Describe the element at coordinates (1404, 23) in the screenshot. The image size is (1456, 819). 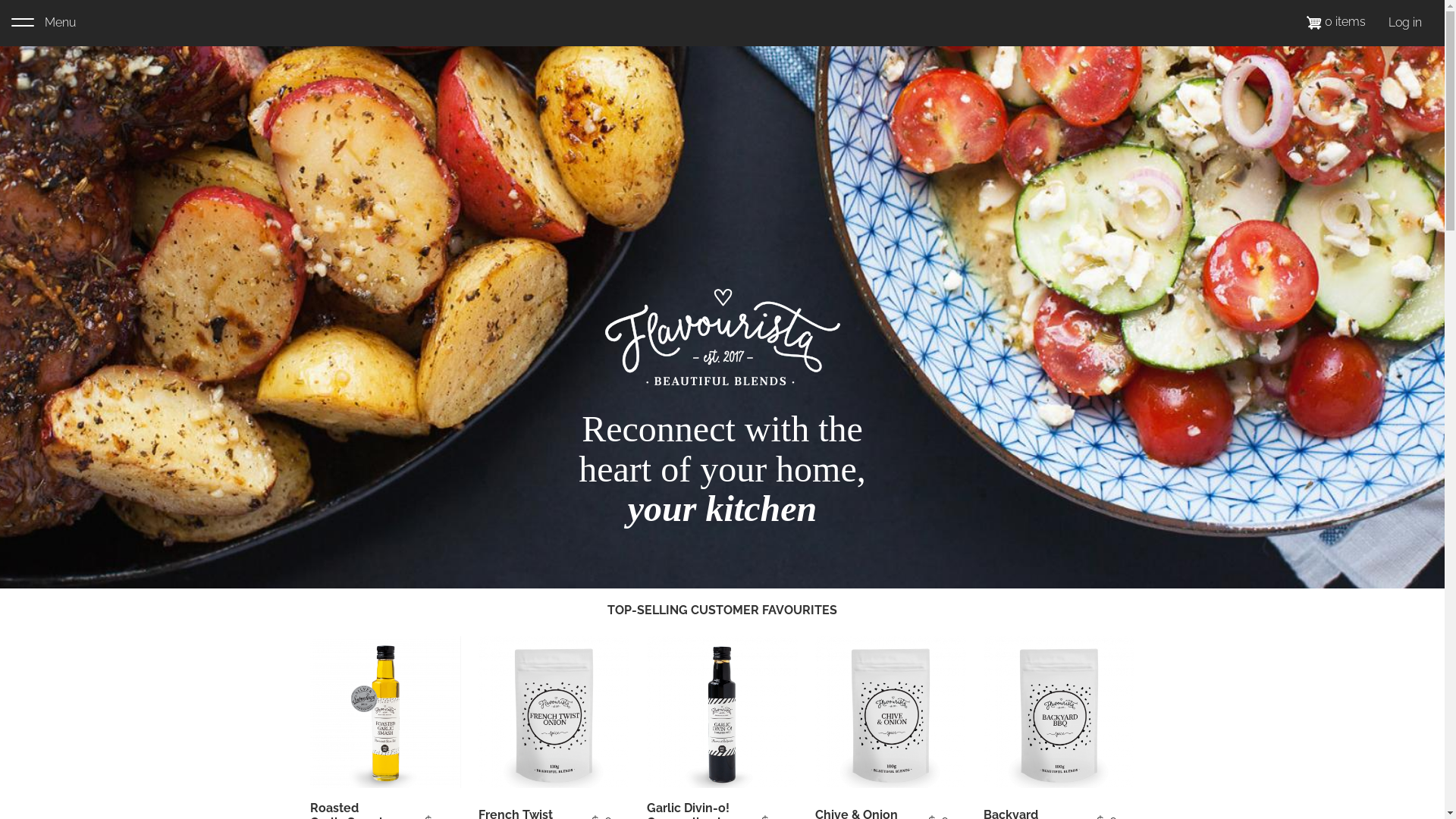
I see `'Log in'` at that location.